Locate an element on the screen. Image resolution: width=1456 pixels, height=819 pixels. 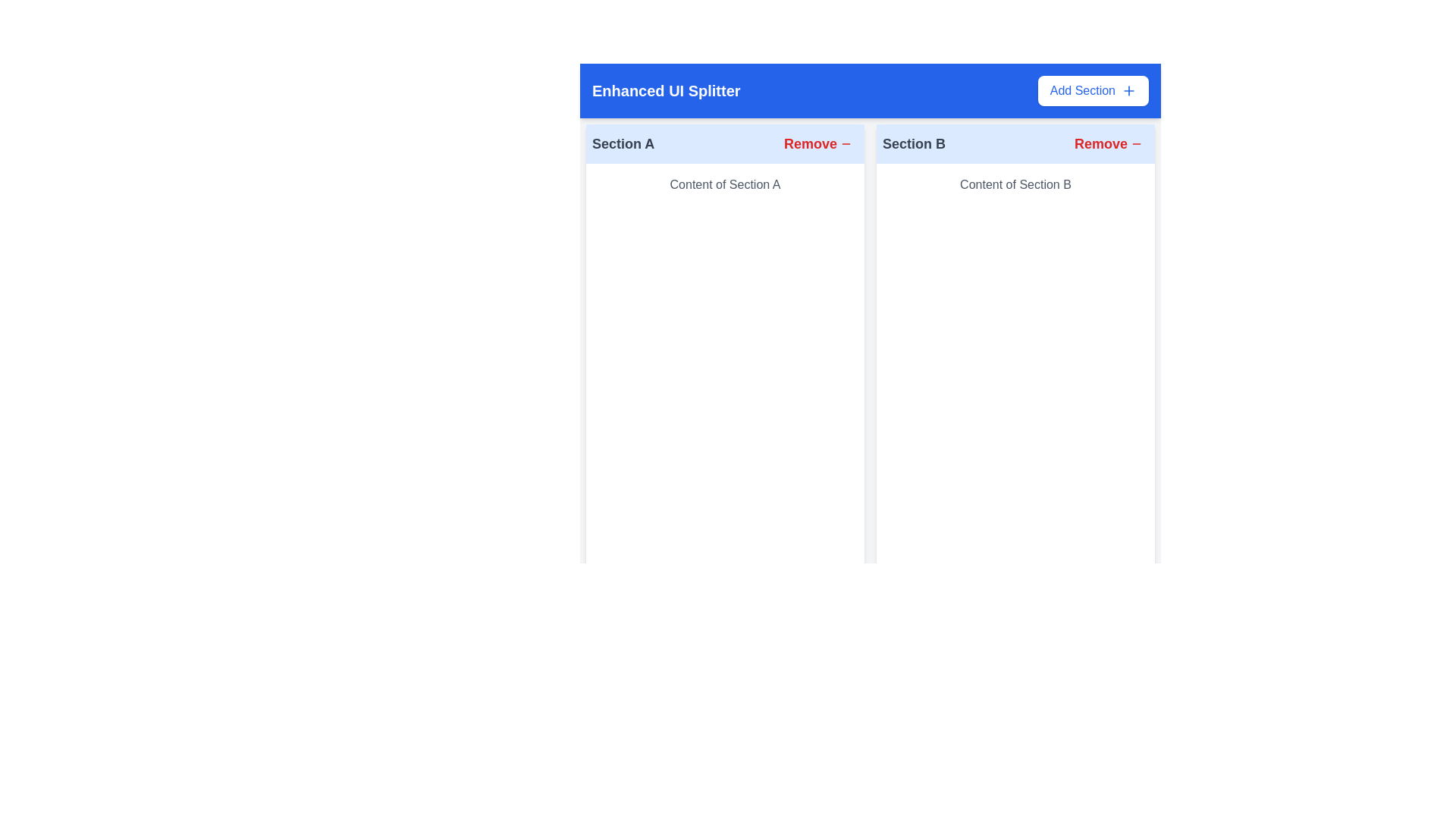
the plus sign icon inside the 'Add Section' button, which has a white background and blue text, positioned near the right end of the button is located at coordinates (1128, 90).